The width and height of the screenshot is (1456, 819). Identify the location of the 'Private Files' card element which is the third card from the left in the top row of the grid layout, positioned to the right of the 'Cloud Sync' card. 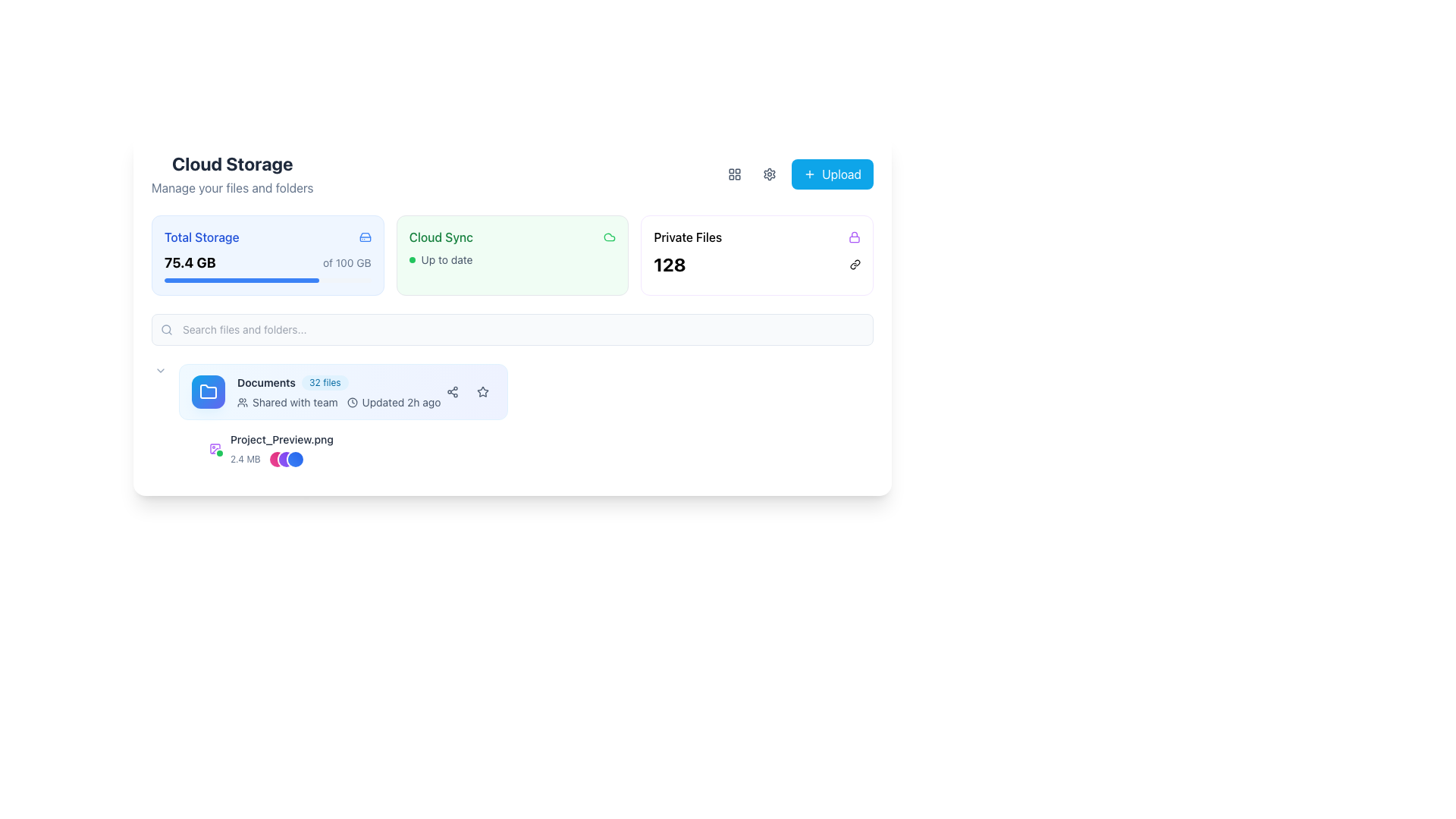
(767, 287).